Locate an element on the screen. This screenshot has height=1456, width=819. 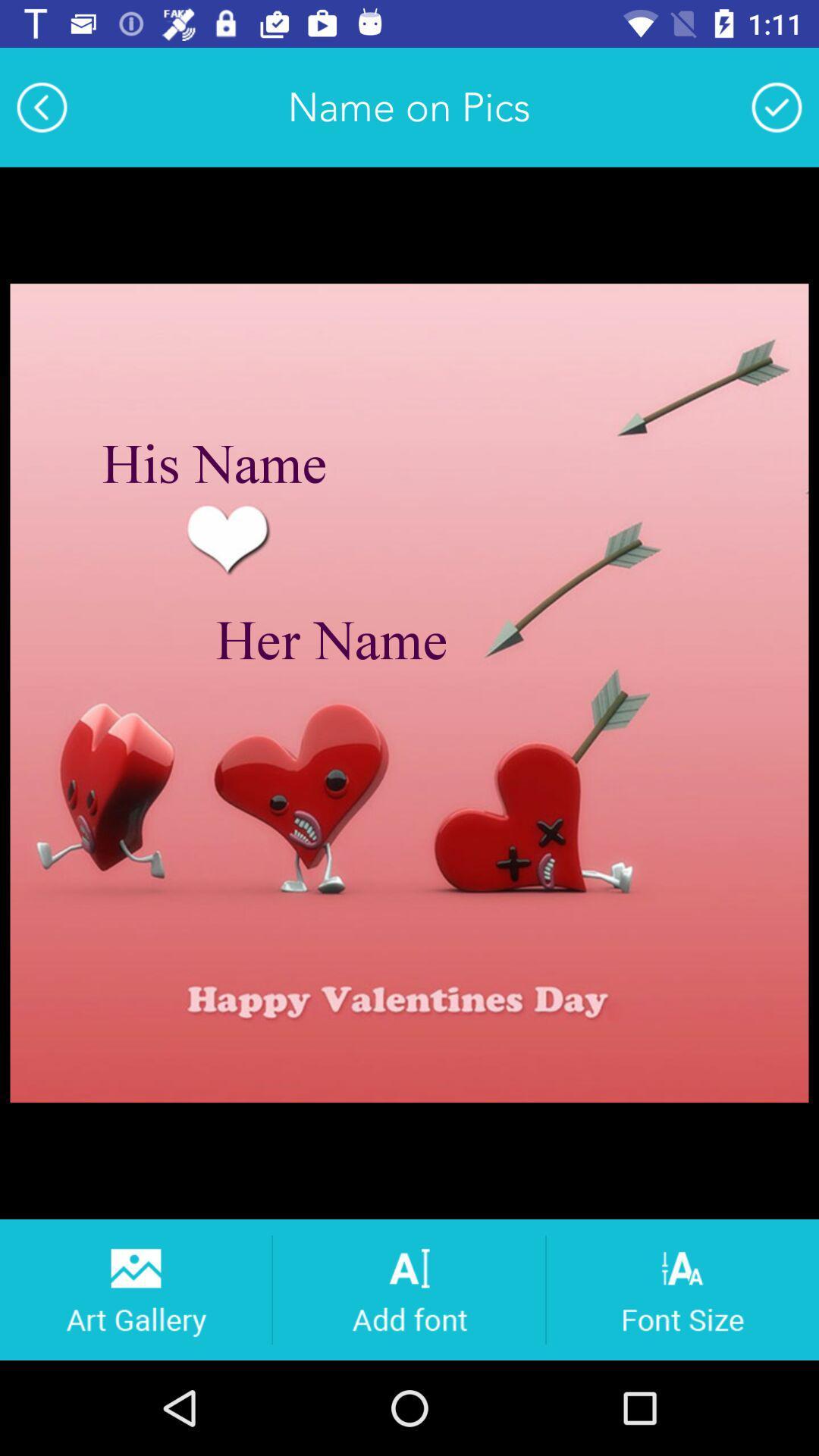
change font size is located at coordinates (682, 1288).